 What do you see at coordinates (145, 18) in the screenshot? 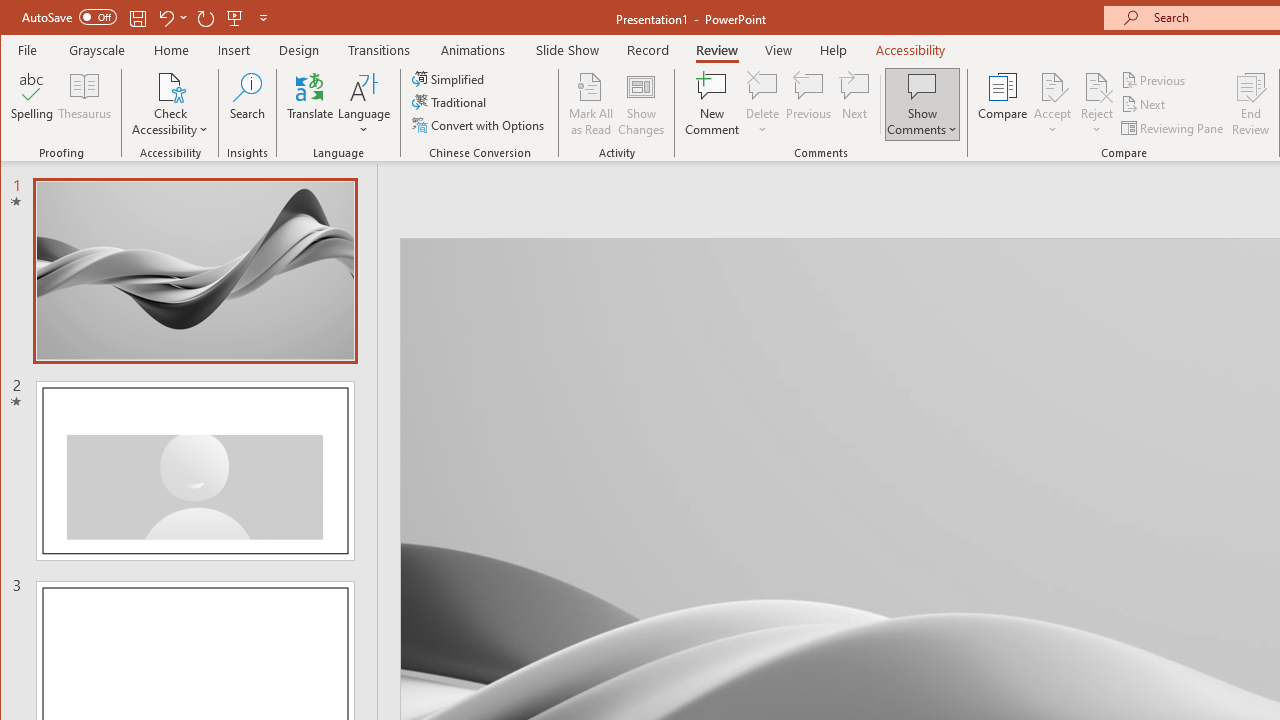
I see `'Quick Access Toolbar'` at bounding box center [145, 18].